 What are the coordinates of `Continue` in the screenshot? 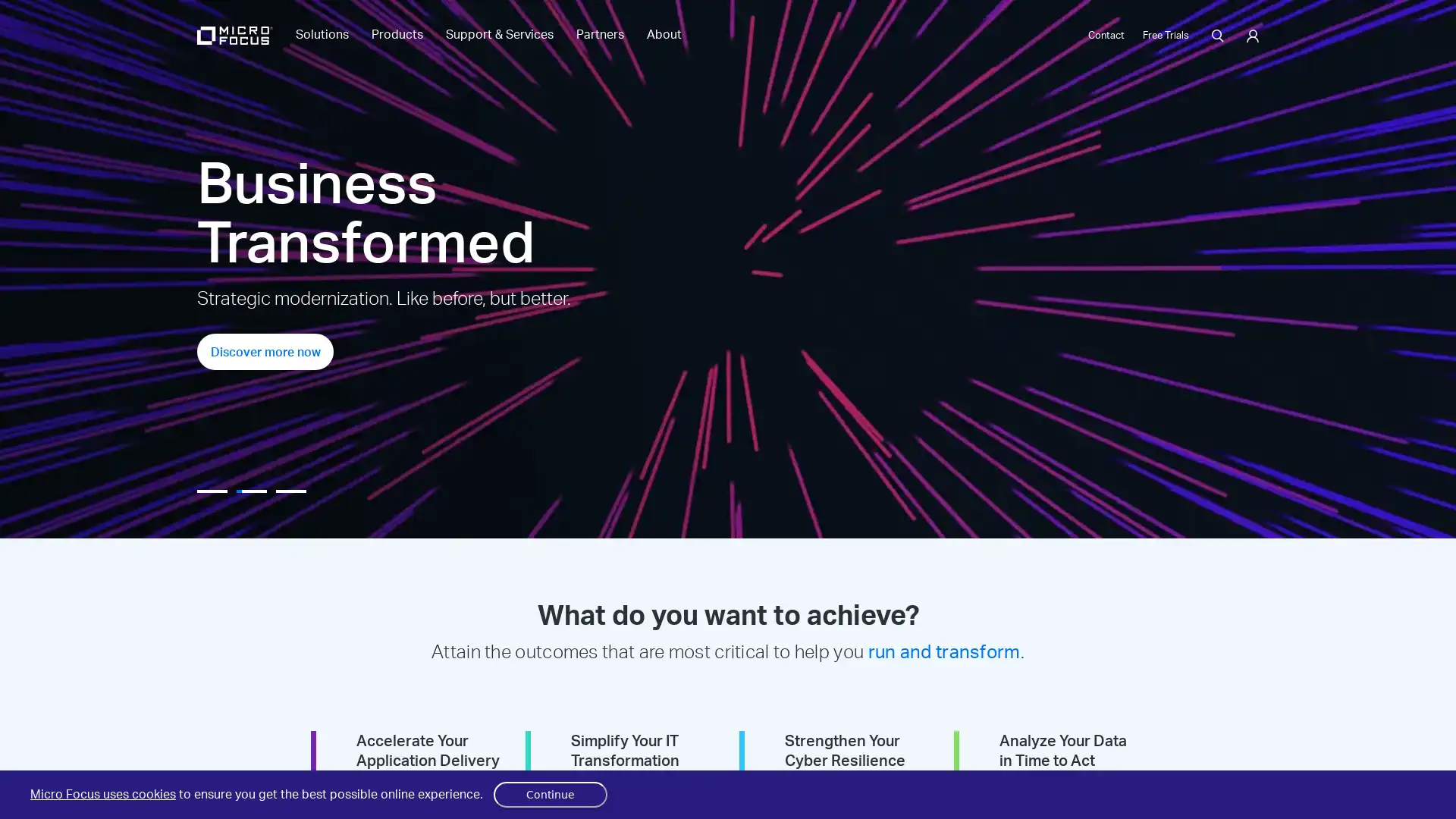 It's located at (549, 794).